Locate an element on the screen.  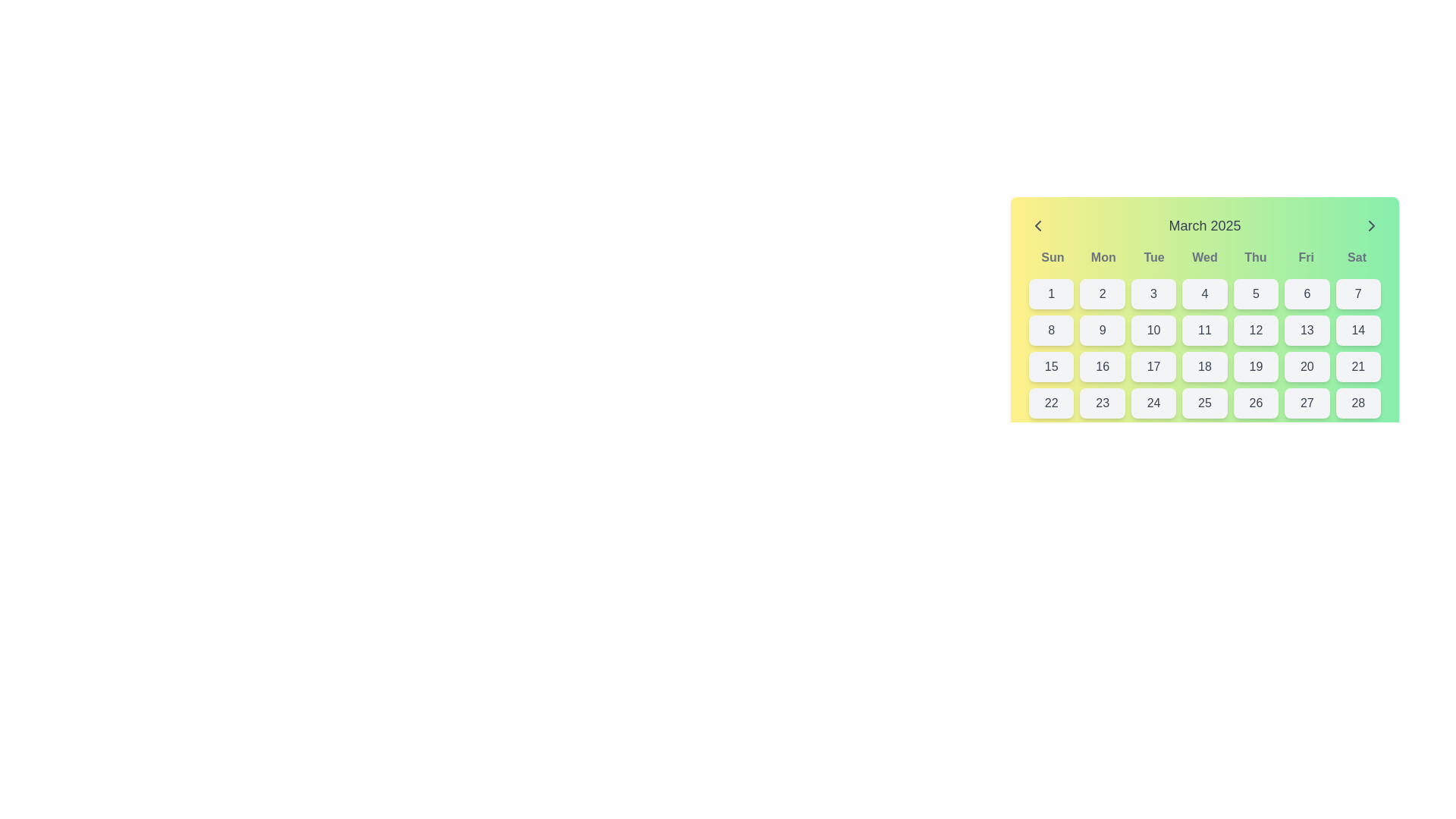
the date button labeled '9' in the calendar grid is located at coordinates (1103, 329).